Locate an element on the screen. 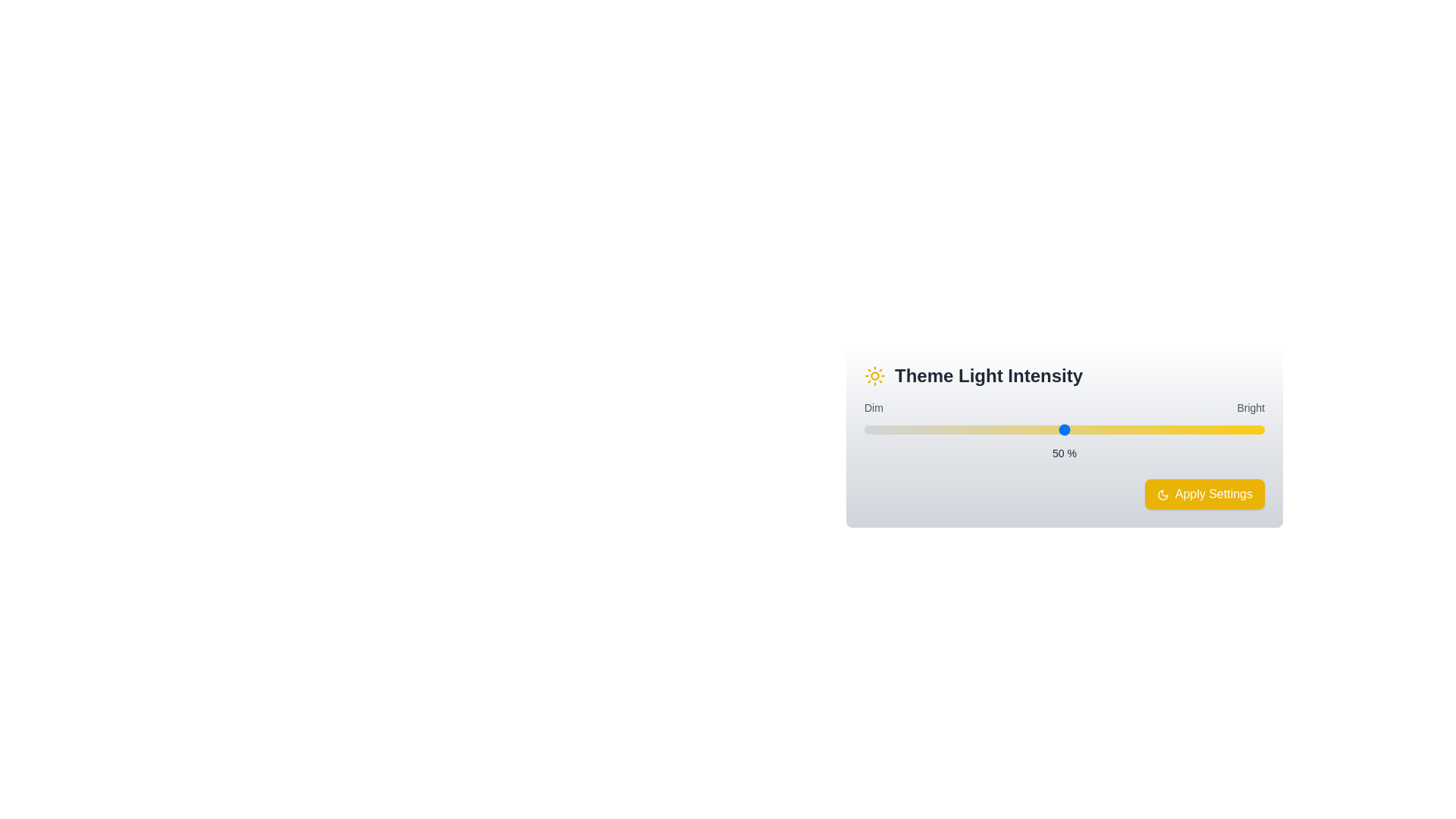 Image resolution: width=1456 pixels, height=819 pixels. the 'Apply Settings' button to apply the current theme settings is located at coordinates (1203, 494).